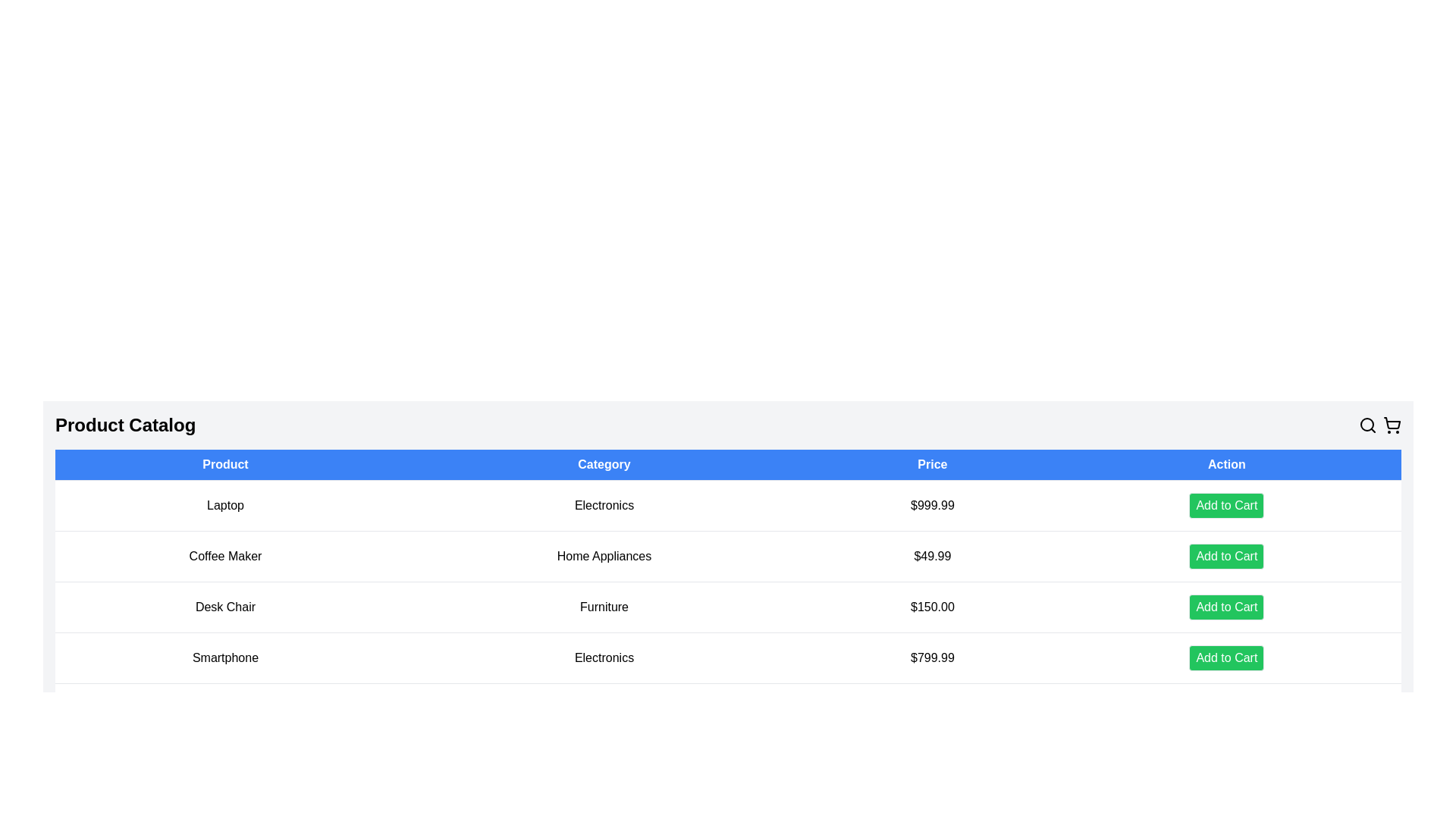 Image resolution: width=1456 pixels, height=819 pixels. What do you see at coordinates (931, 464) in the screenshot?
I see `the 'Price' column header text label, which is the third header in a row of four headers ('Product', 'Category', 'Price', 'Action') within a table layout` at bounding box center [931, 464].